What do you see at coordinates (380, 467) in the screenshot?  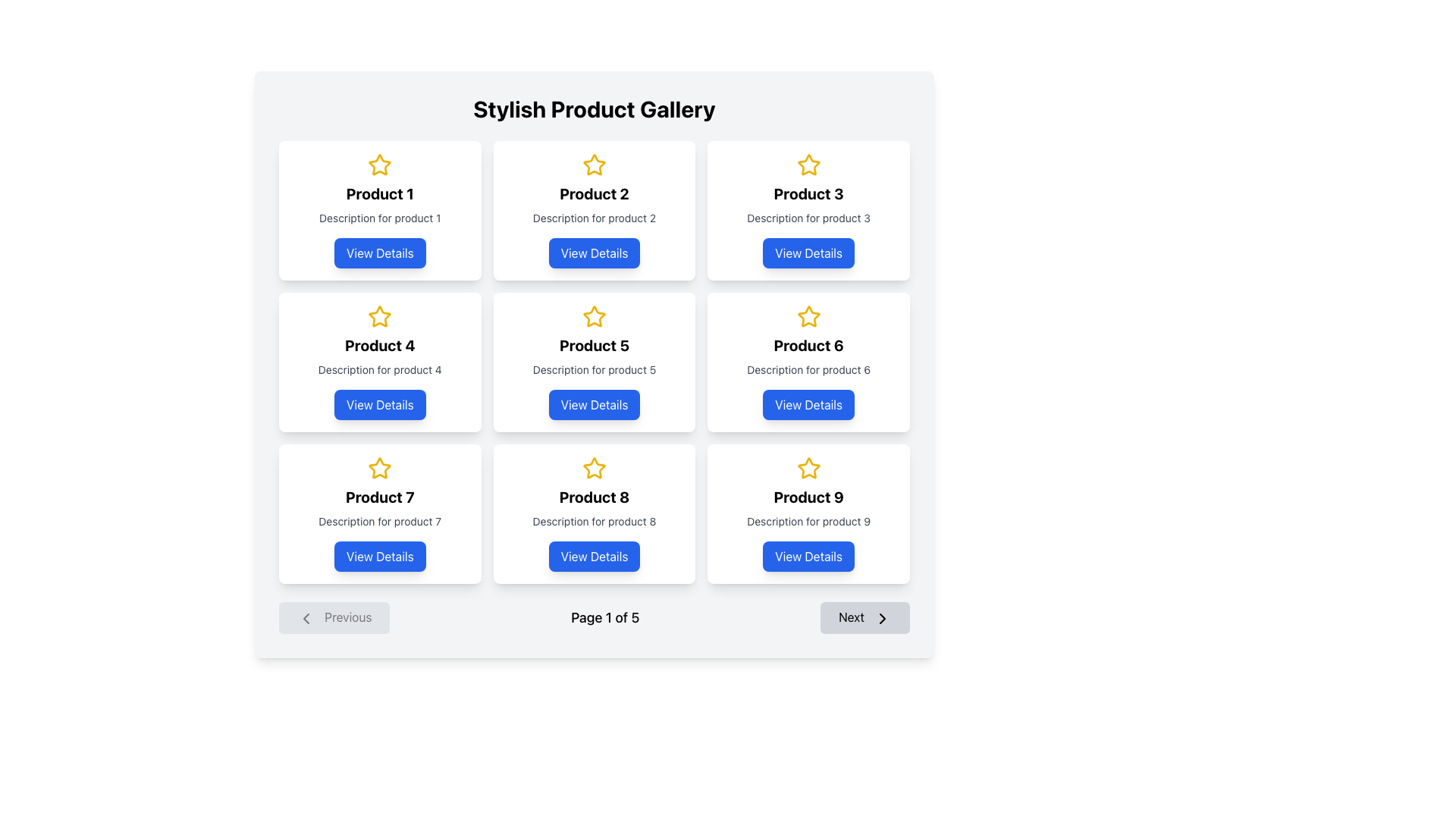 I see `the star icon representing the rating or favorites for 'Product 7' located in the first column of the third row of the product grid` at bounding box center [380, 467].